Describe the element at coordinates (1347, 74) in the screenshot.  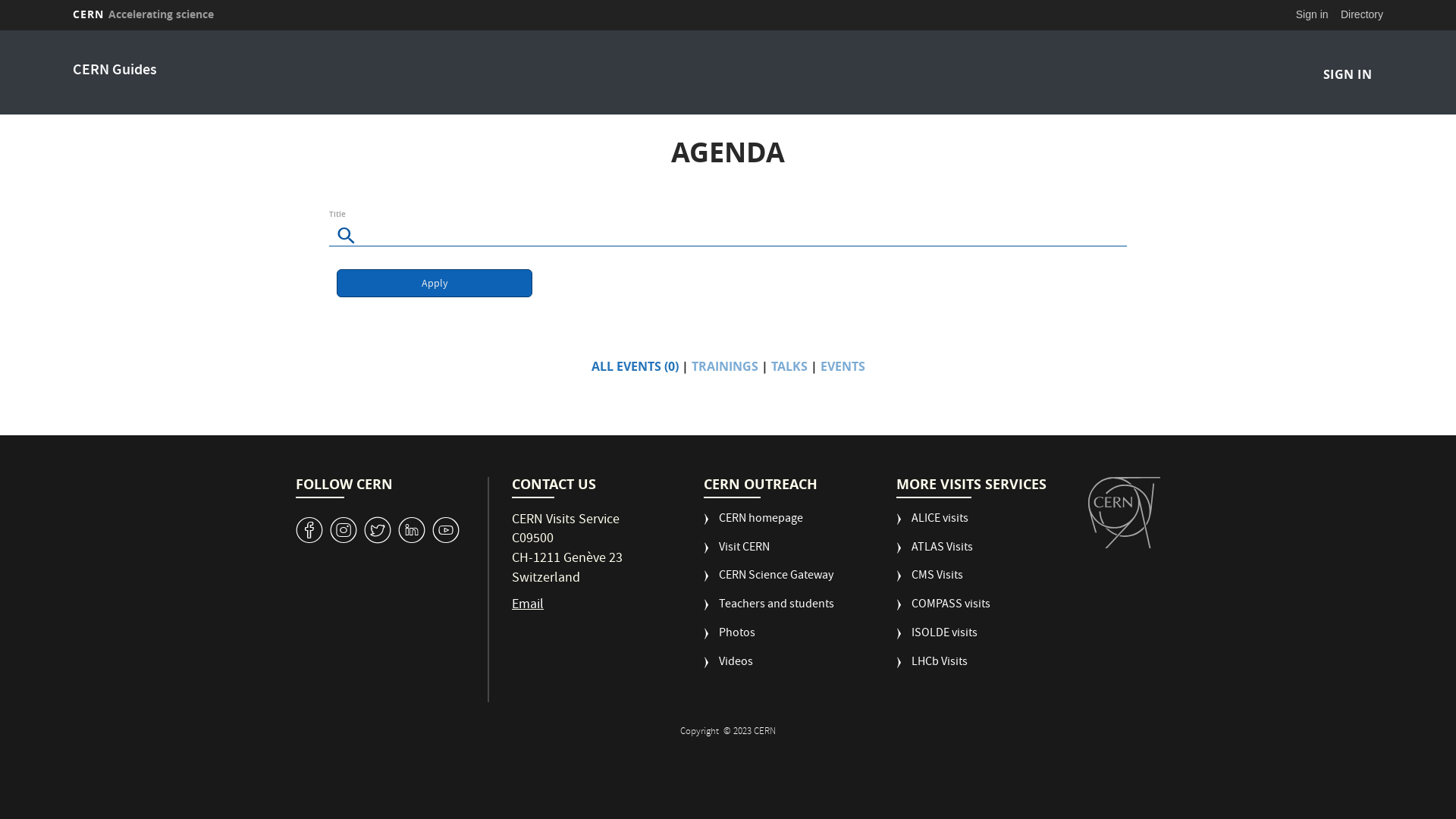
I see `'SIGN IN'` at that location.